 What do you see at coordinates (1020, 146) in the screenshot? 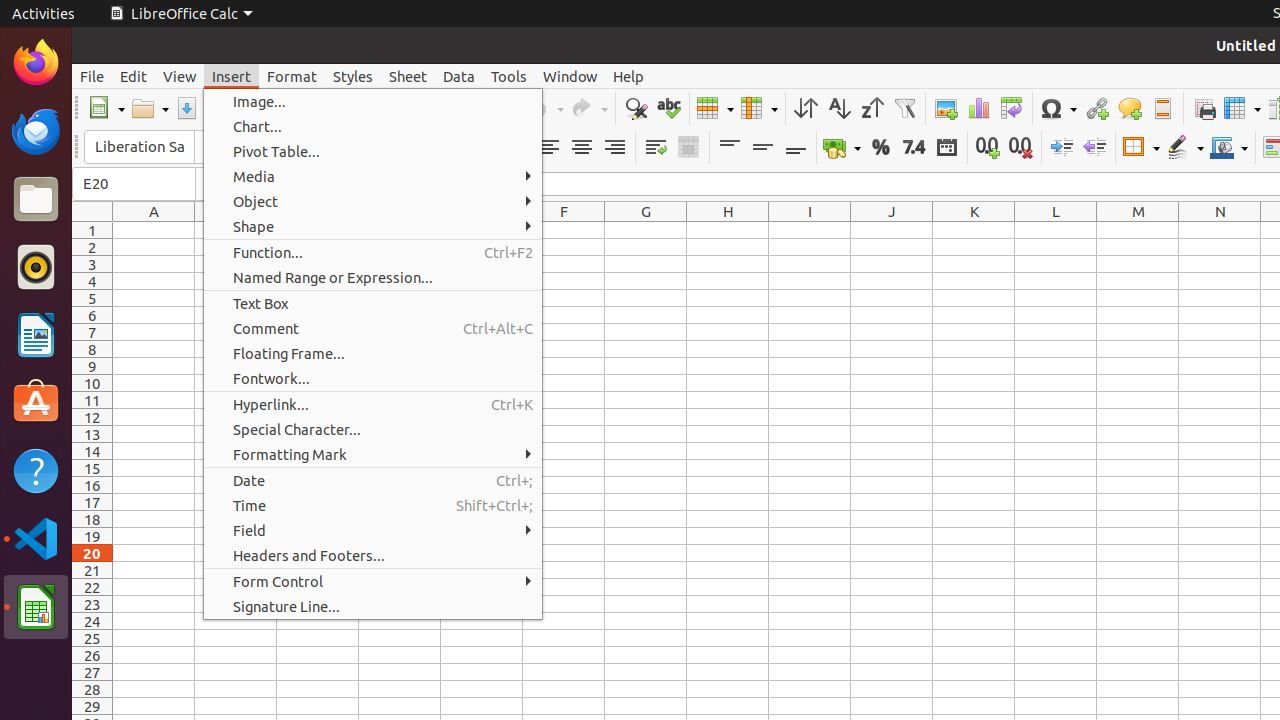
I see `'Delete Decimal Place'` at bounding box center [1020, 146].